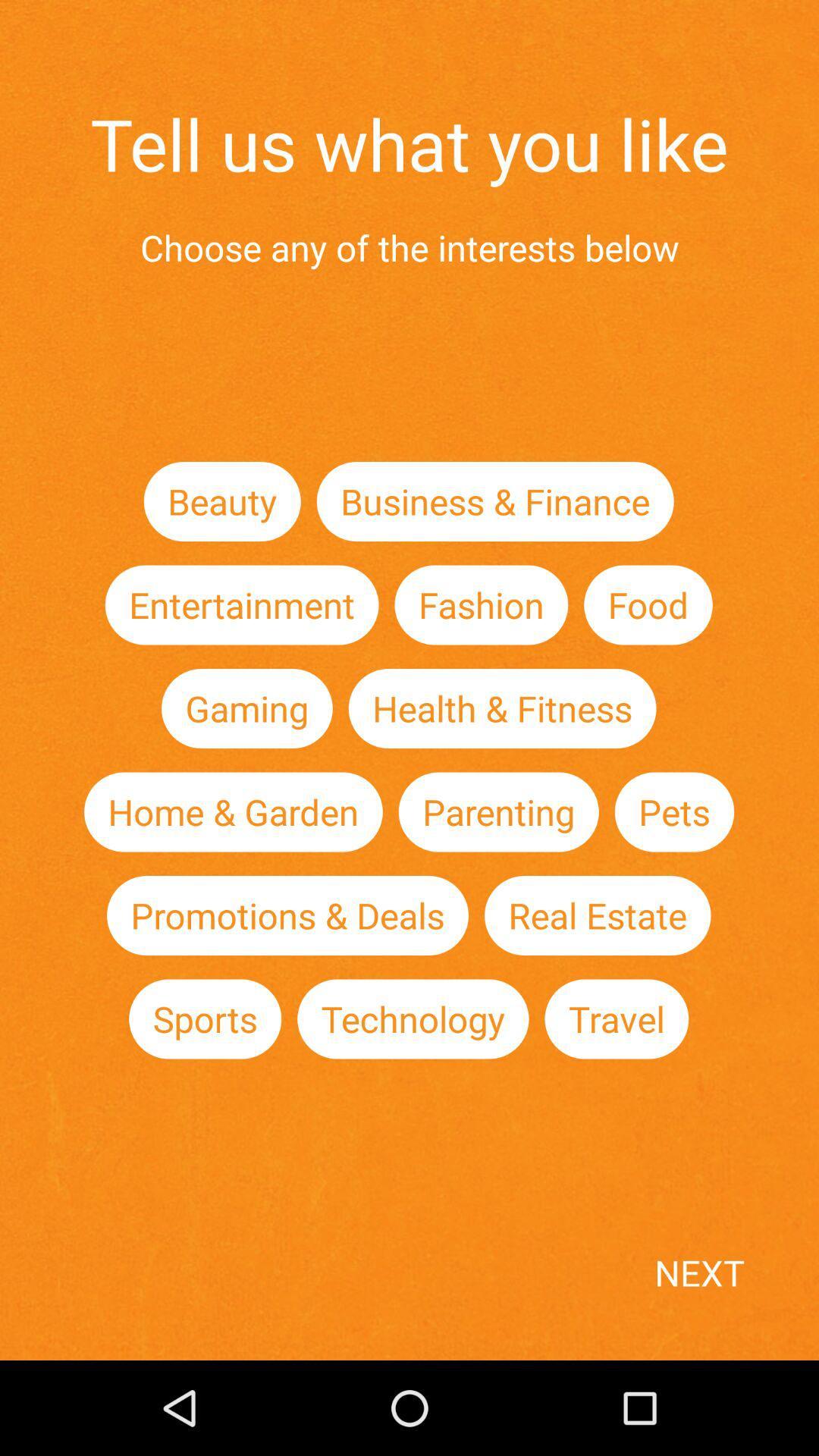  What do you see at coordinates (241, 604) in the screenshot?
I see `the entertainment item` at bounding box center [241, 604].